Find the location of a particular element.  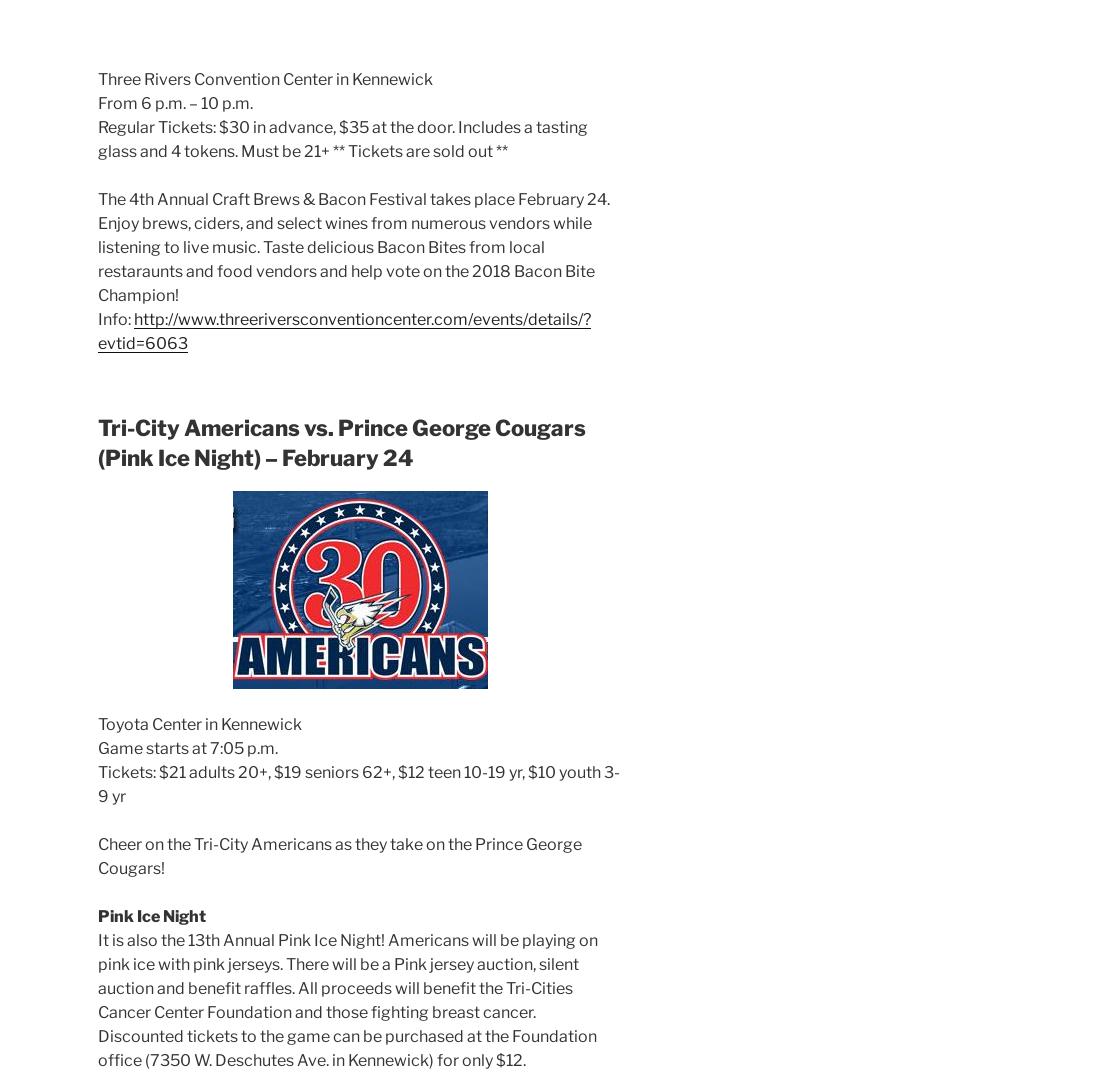

'From 6 p.m. – 10 p.m.' is located at coordinates (174, 102).